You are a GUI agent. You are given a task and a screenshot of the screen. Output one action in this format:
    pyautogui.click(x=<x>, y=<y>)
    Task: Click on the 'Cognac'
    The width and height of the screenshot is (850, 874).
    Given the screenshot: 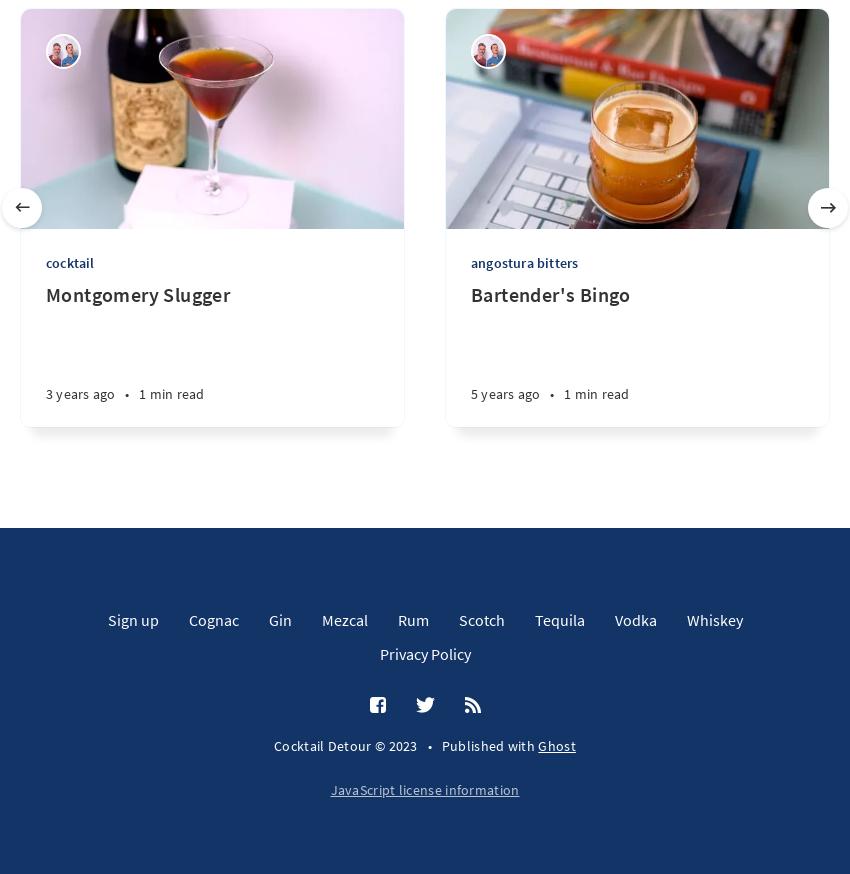 What is the action you would take?
    pyautogui.click(x=212, y=617)
    